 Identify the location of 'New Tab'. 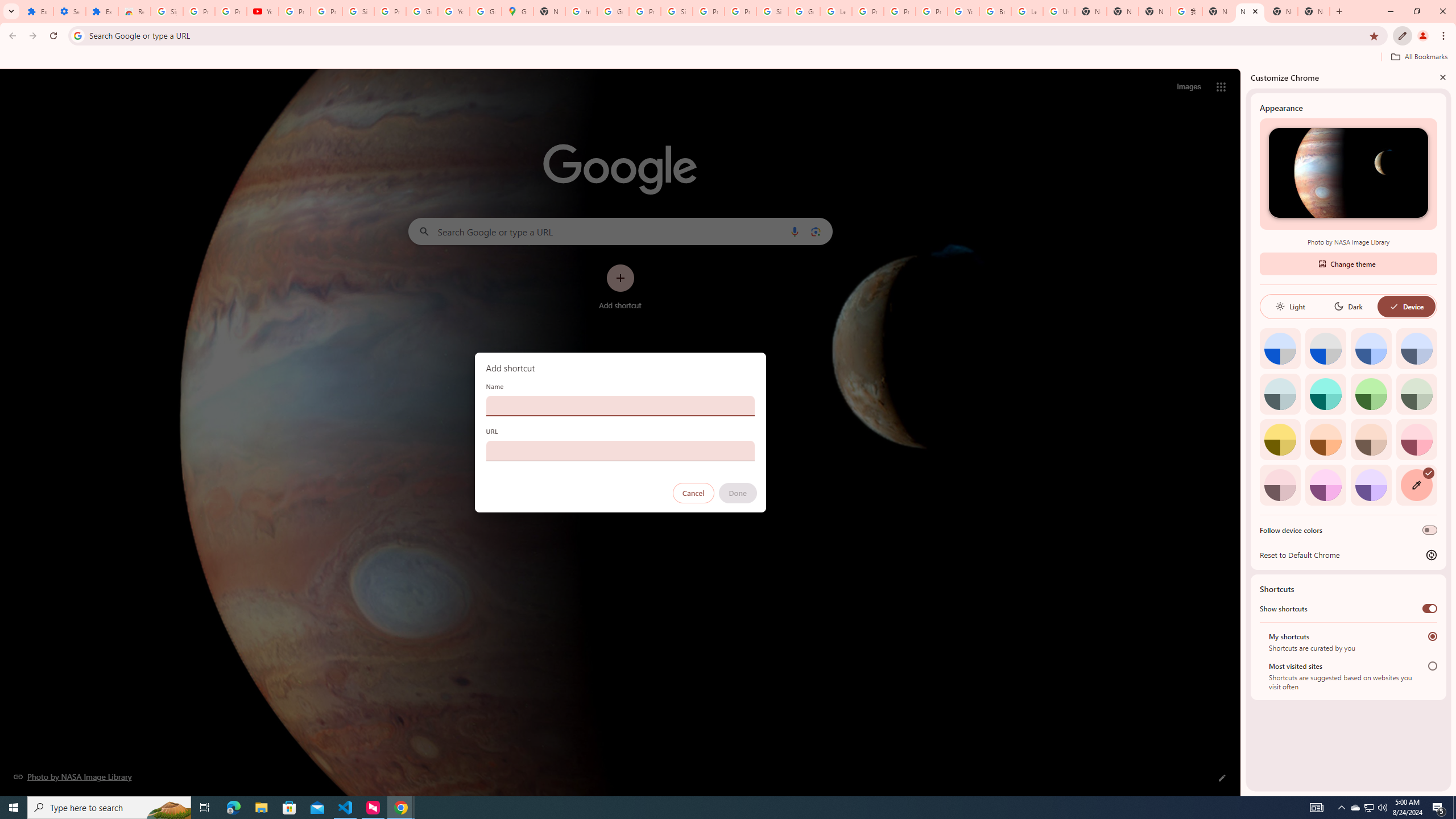
(1314, 11).